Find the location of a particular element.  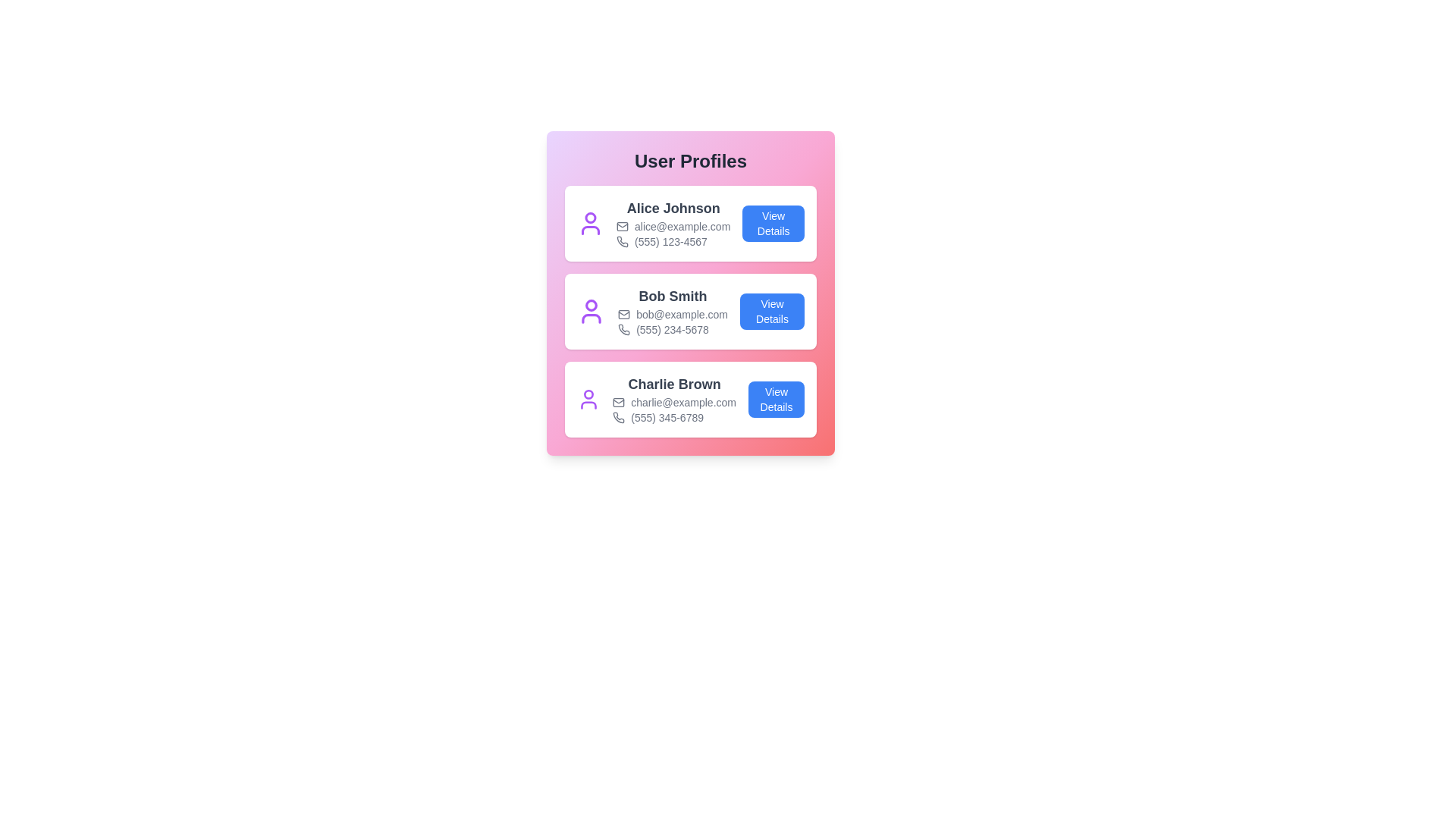

the text content of name for user Bob Smith is located at coordinates (672, 296).